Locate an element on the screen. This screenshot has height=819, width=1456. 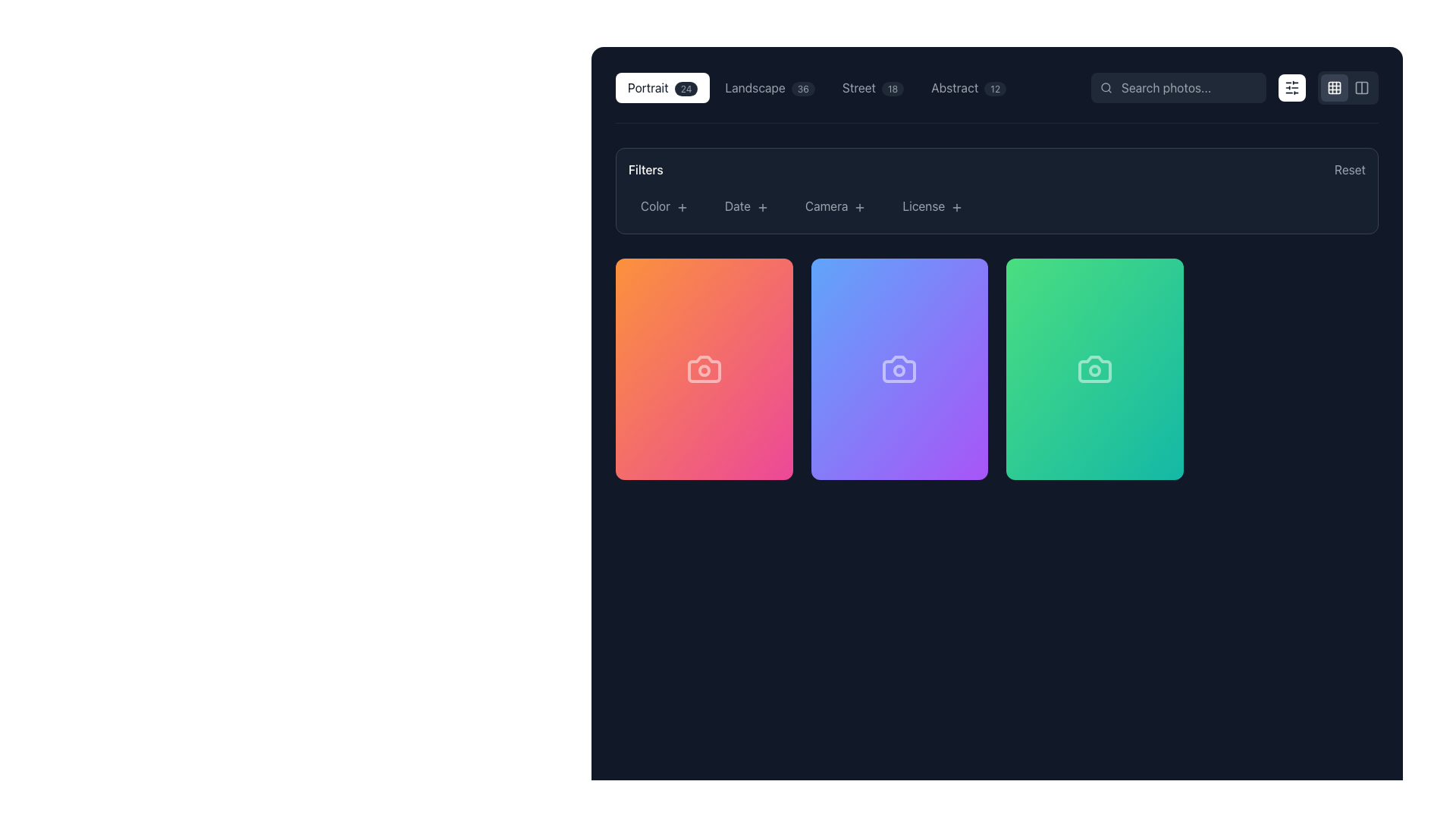
the camera icon graphic with a green outline located on the rightmost green card in a row of three cards (orange, purple, green) is located at coordinates (1094, 369).